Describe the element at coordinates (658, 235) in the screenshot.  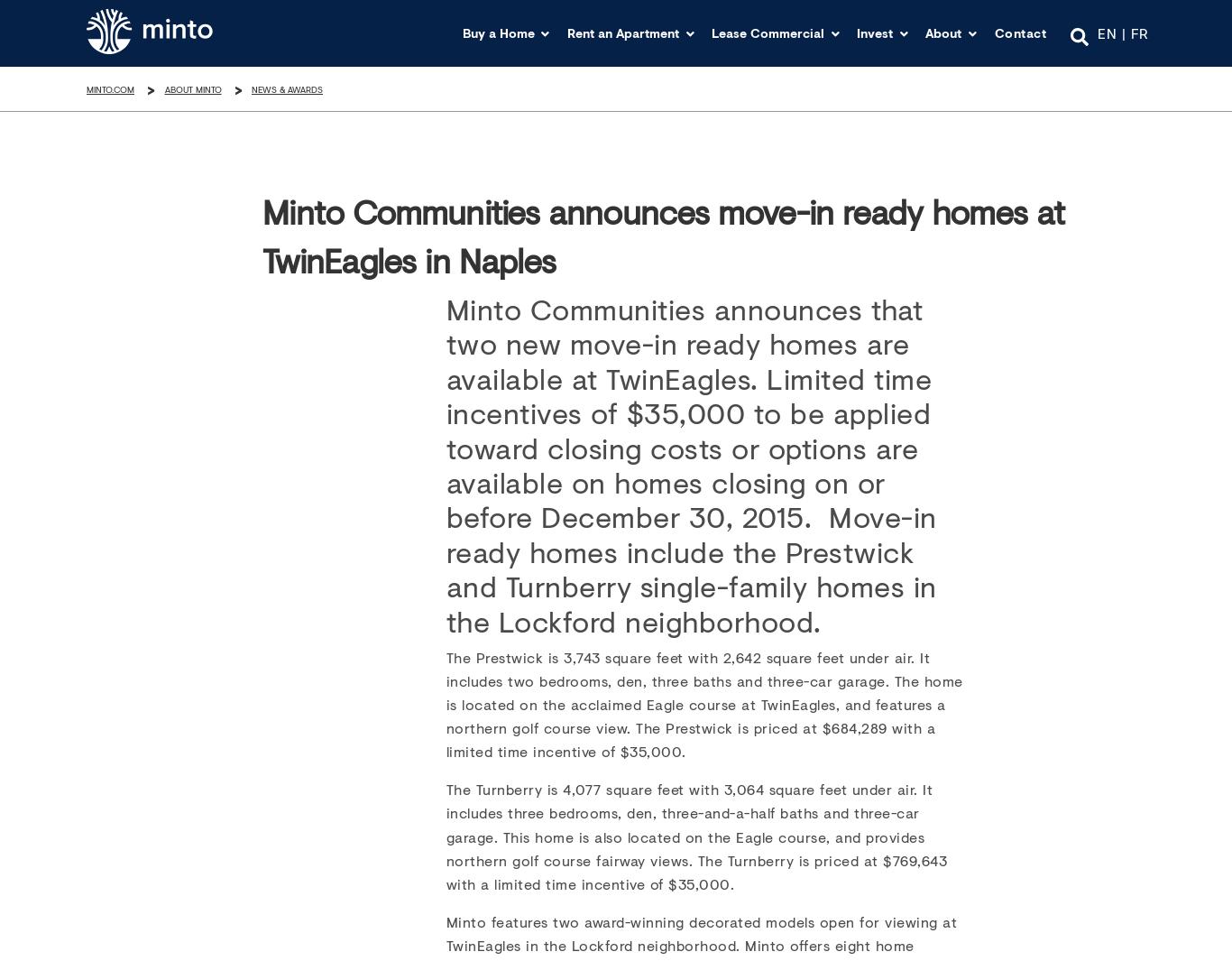
I see `'Book a Furnished Suite'` at that location.